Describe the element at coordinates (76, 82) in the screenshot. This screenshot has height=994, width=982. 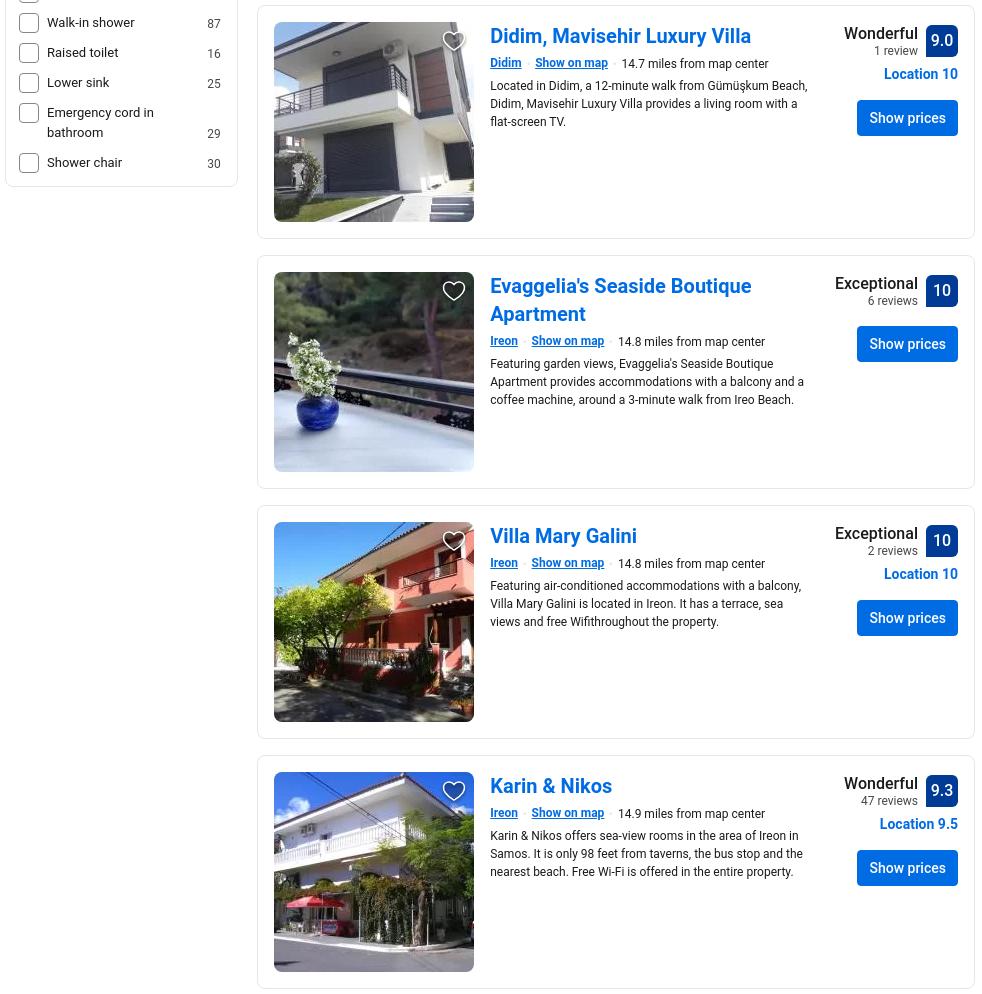
I see `'Lower sink'` at that location.